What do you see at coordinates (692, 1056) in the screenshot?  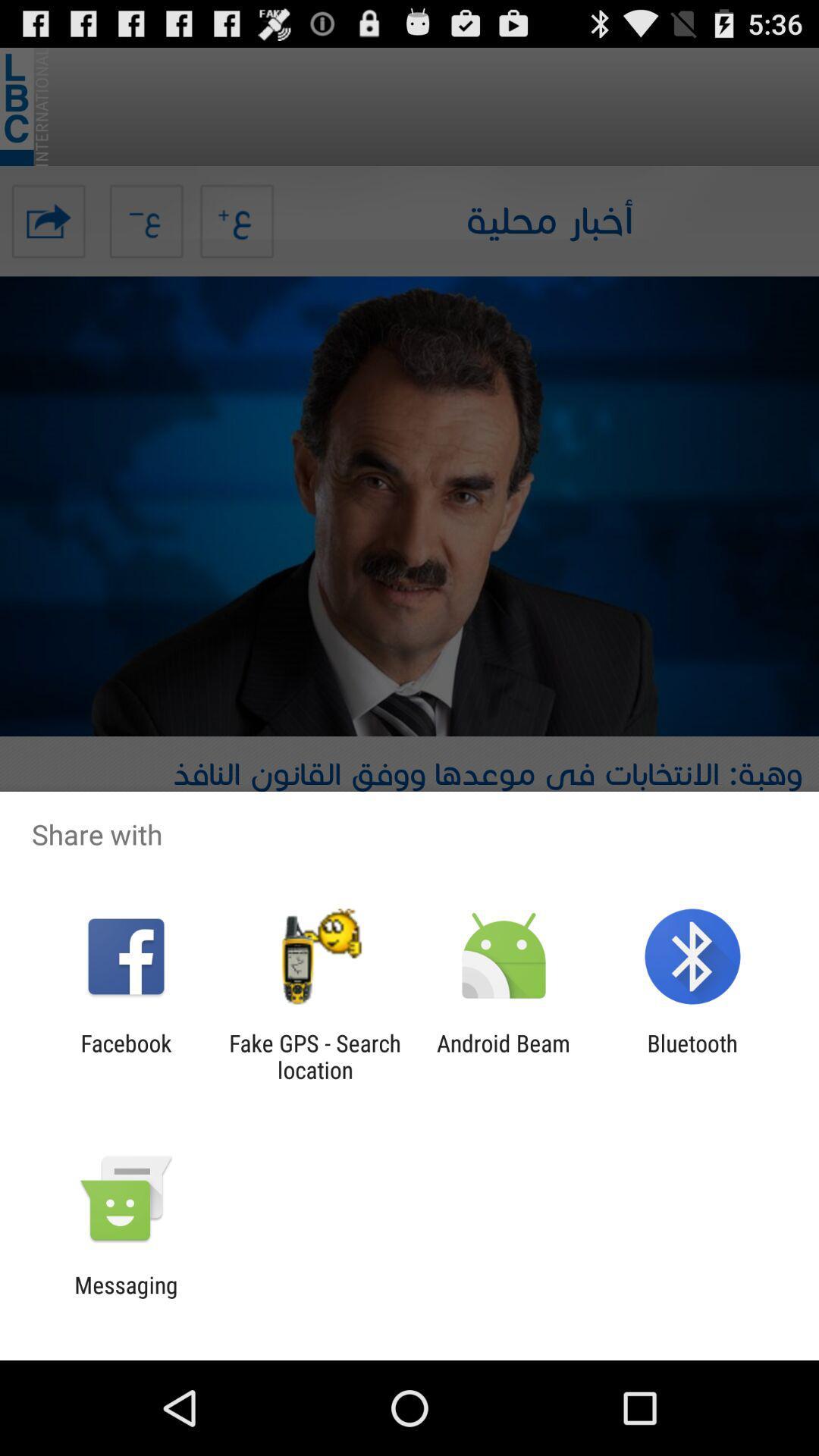 I see `bluetooth` at bounding box center [692, 1056].